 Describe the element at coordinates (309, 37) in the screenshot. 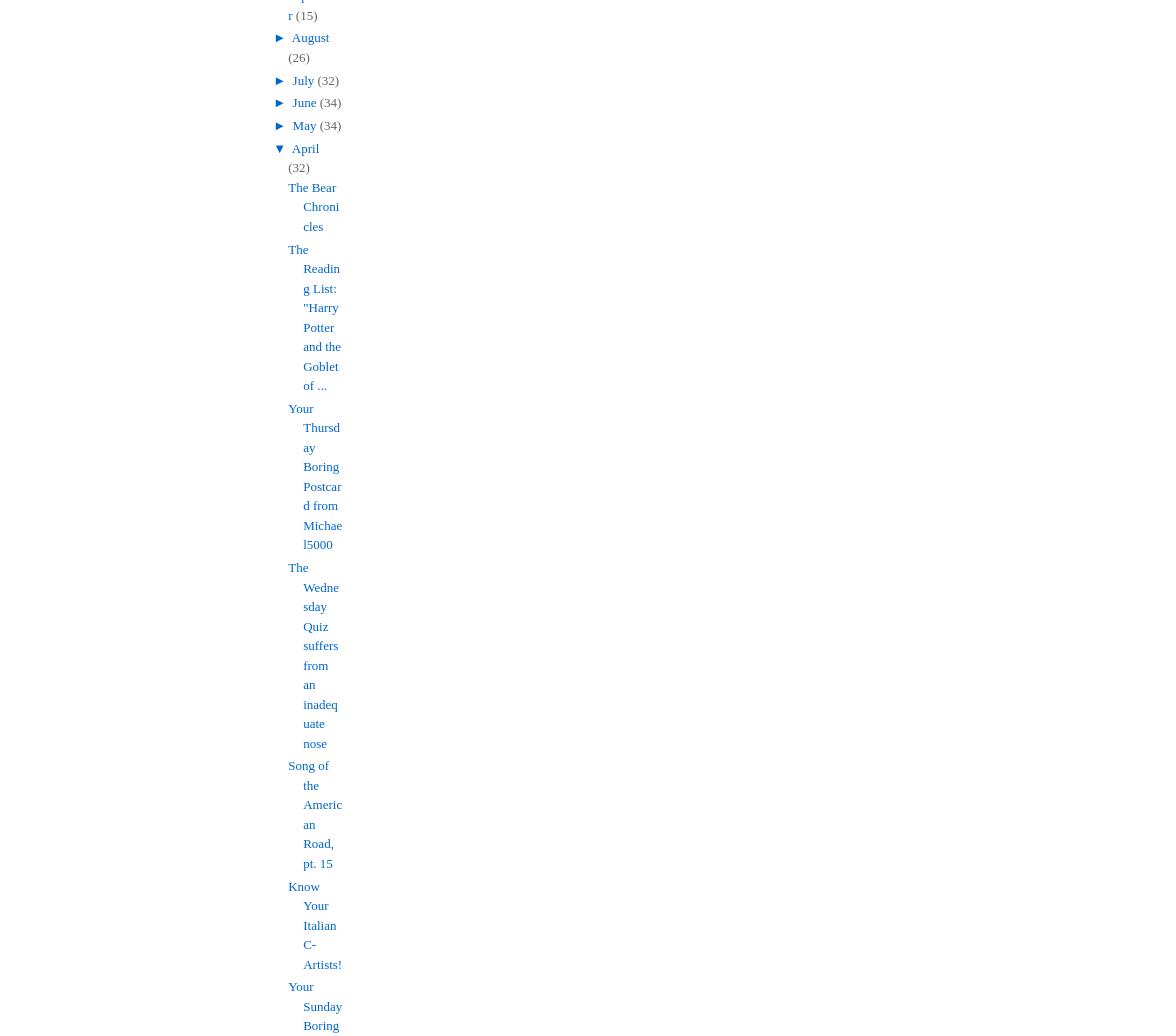

I see `'August'` at that location.